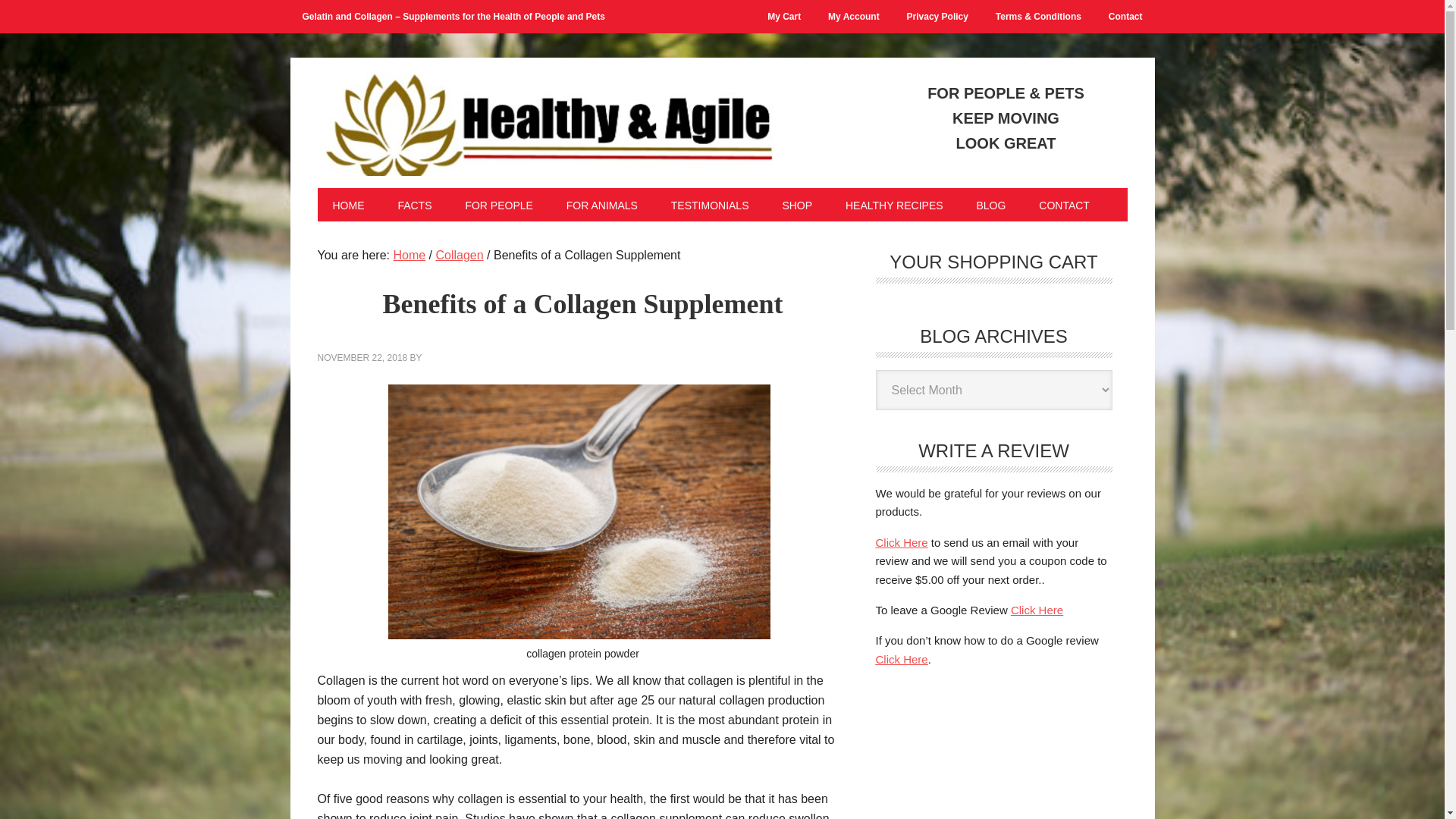  What do you see at coordinates (1063, 205) in the screenshot?
I see `'CONTACT'` at bounding box center [1063, 205].